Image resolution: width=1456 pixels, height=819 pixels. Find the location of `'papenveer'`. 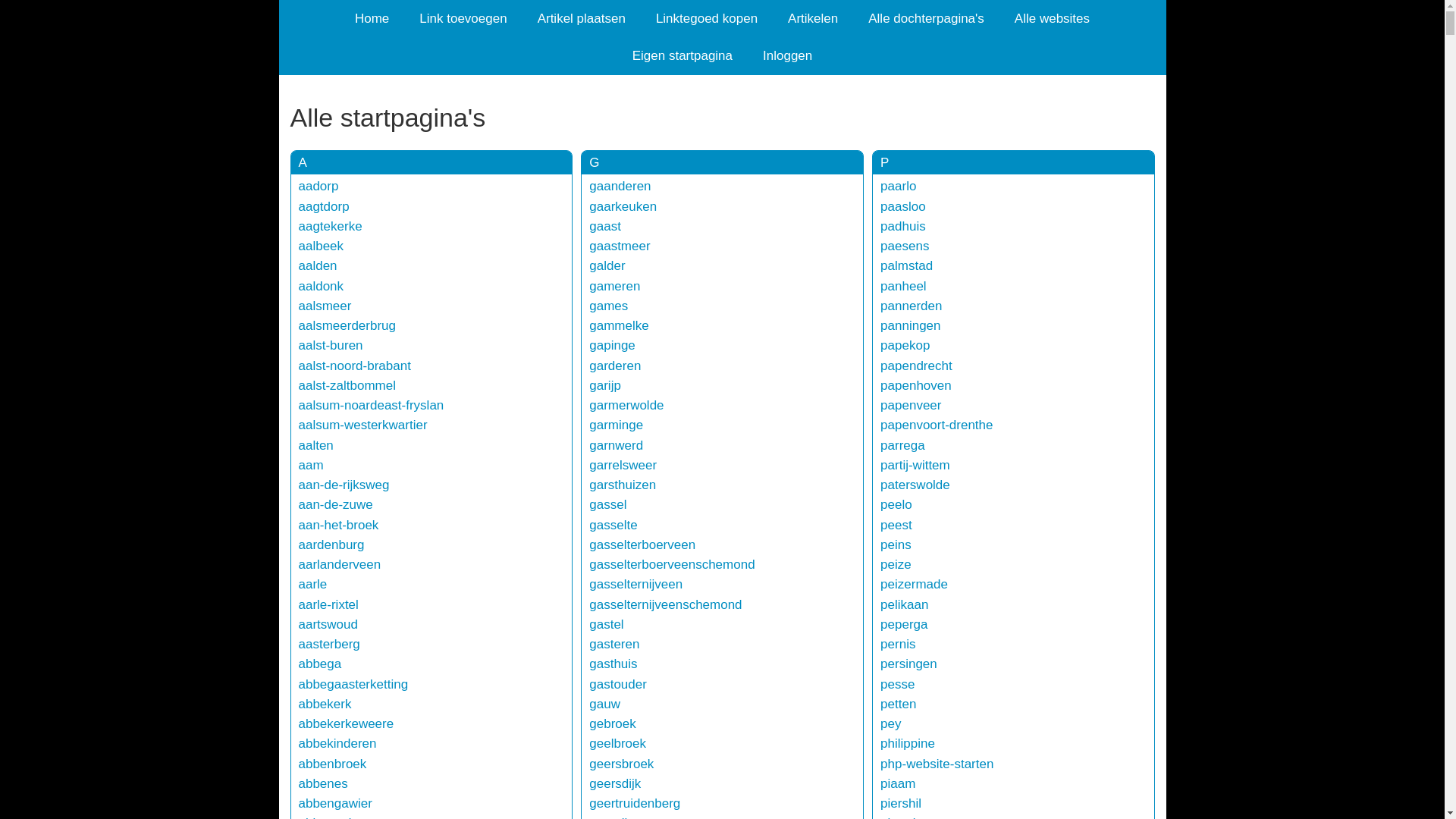

'papenveer' is located at coordinates (910, 404).